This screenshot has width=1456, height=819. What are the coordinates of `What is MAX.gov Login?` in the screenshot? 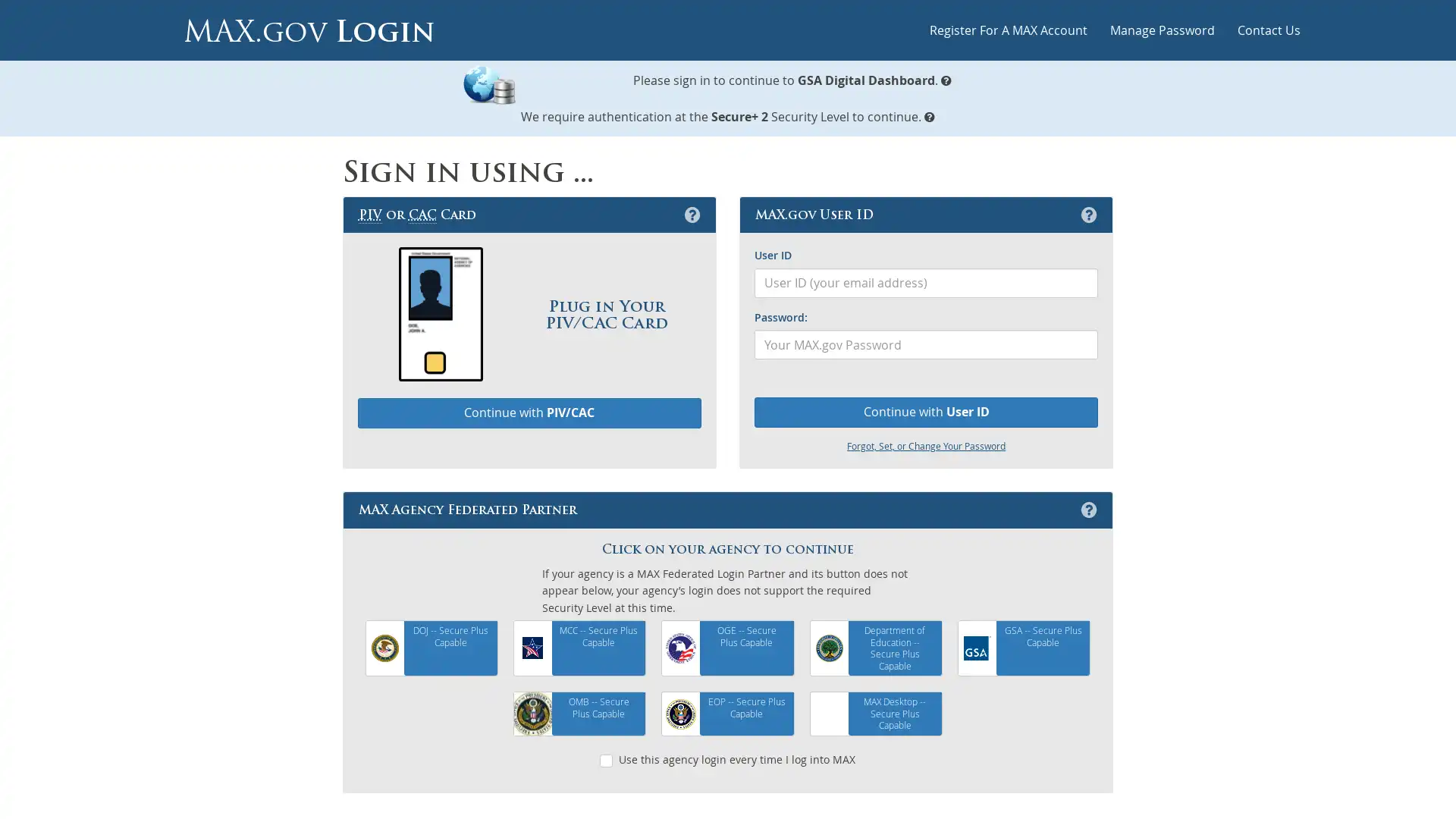 It's located at (946, 79).